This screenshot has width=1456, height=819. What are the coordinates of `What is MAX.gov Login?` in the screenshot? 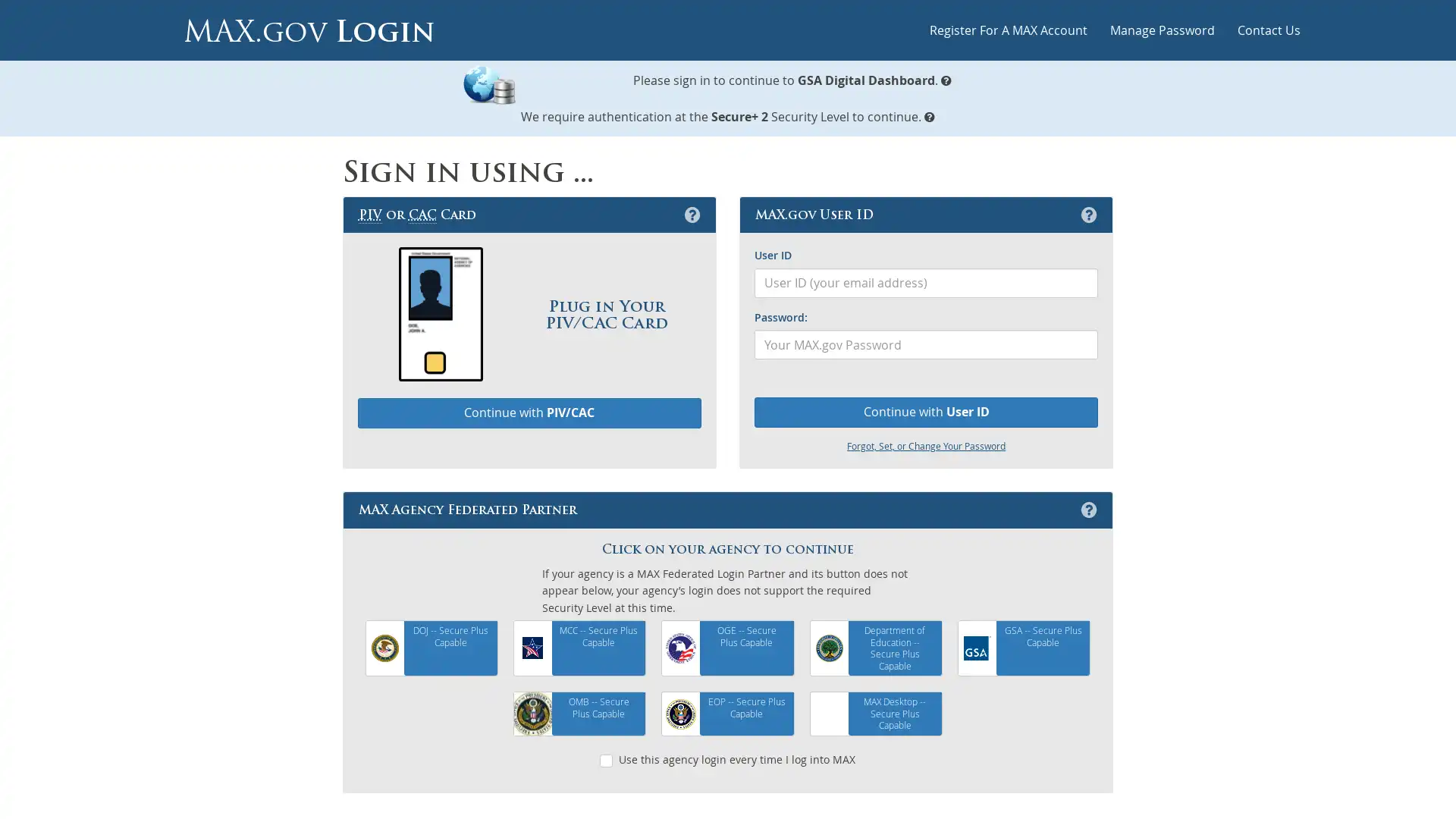 It's located at (946, 79).